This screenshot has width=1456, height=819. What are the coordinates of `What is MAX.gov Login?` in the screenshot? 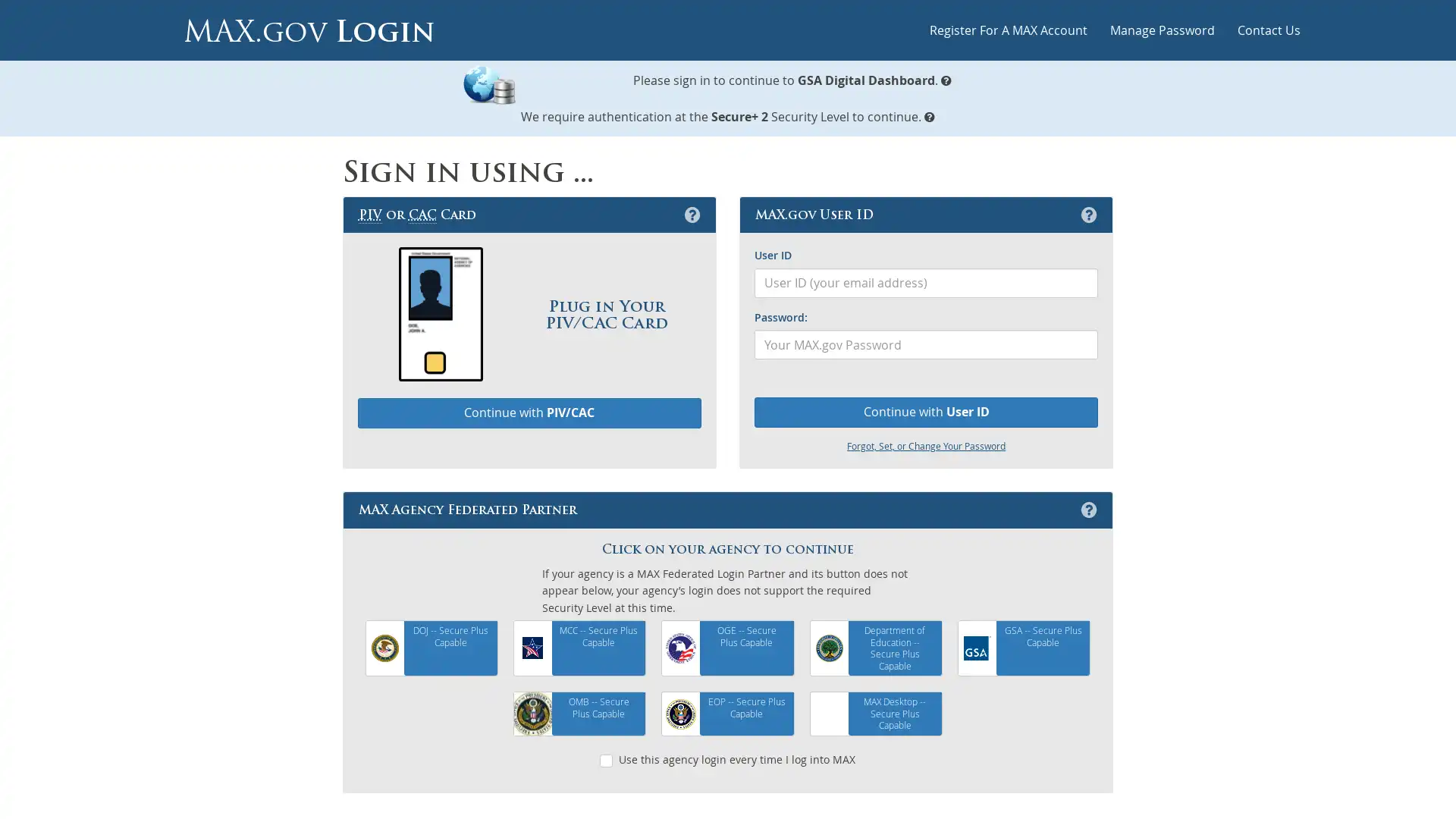 It's located at (946, 79).